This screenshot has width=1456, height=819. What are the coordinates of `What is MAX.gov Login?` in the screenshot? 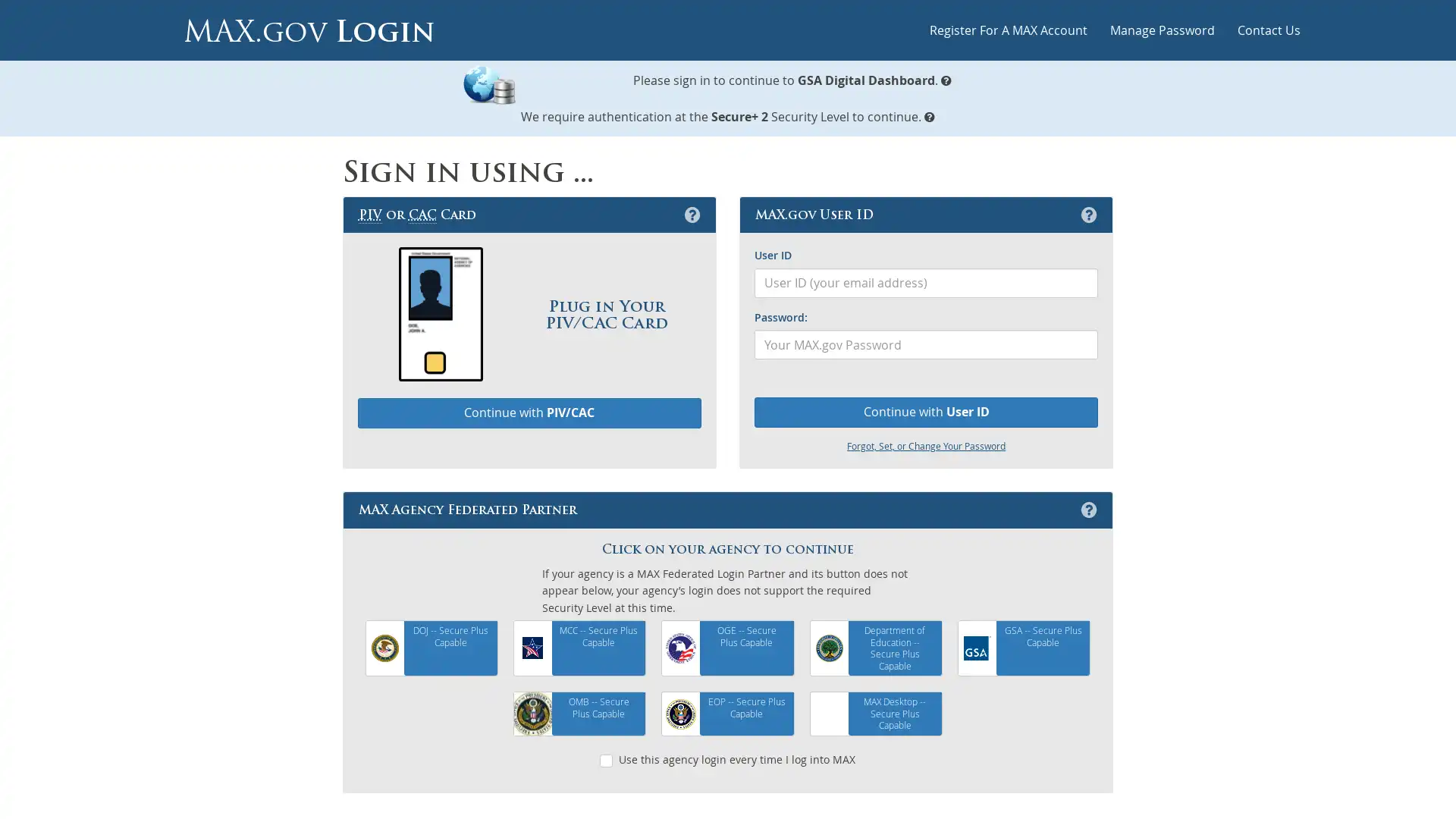 It's located at (946, 79).